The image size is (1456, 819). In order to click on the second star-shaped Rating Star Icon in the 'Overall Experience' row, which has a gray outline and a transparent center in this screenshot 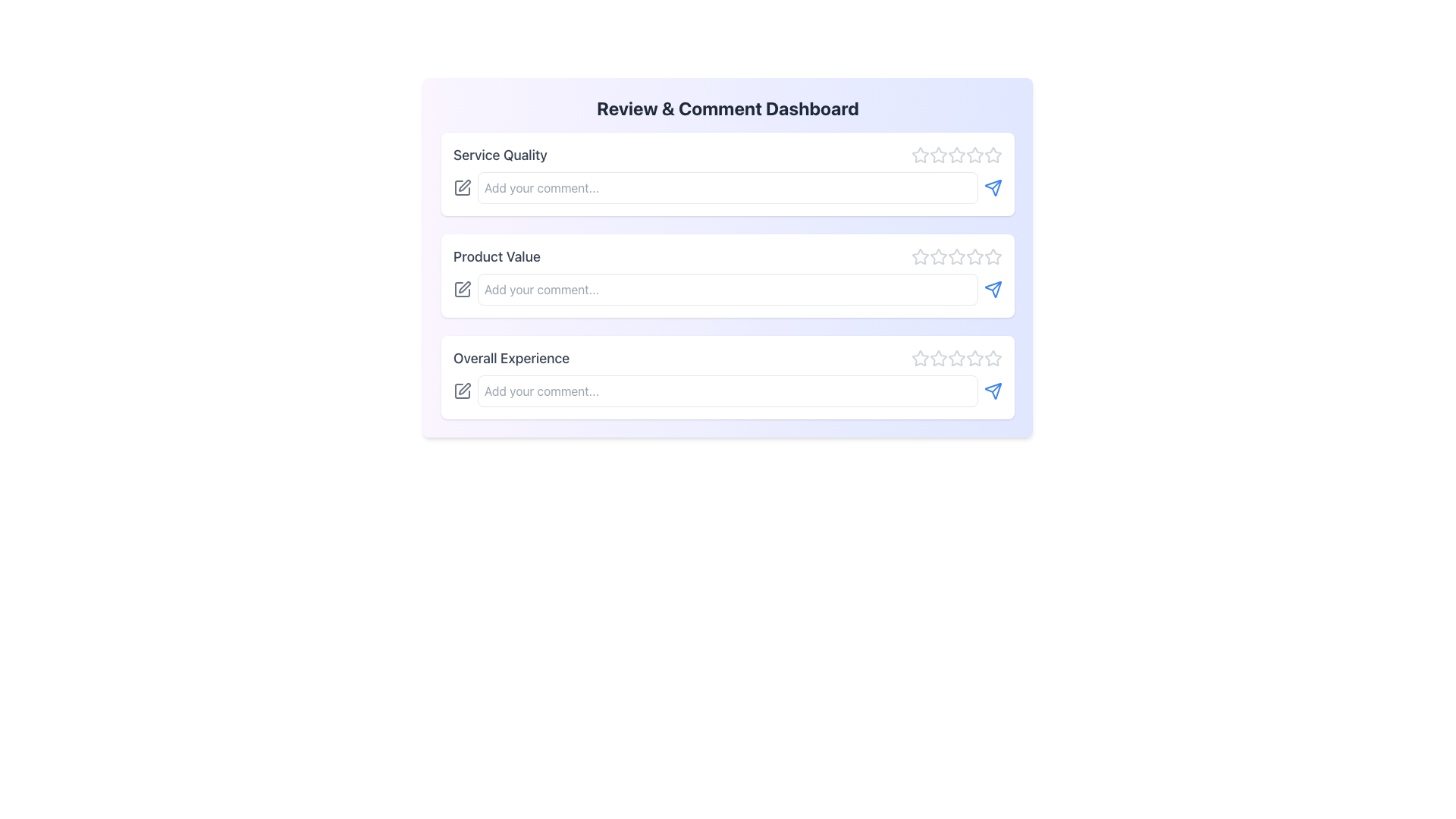, I will do `click(938, 359)`.